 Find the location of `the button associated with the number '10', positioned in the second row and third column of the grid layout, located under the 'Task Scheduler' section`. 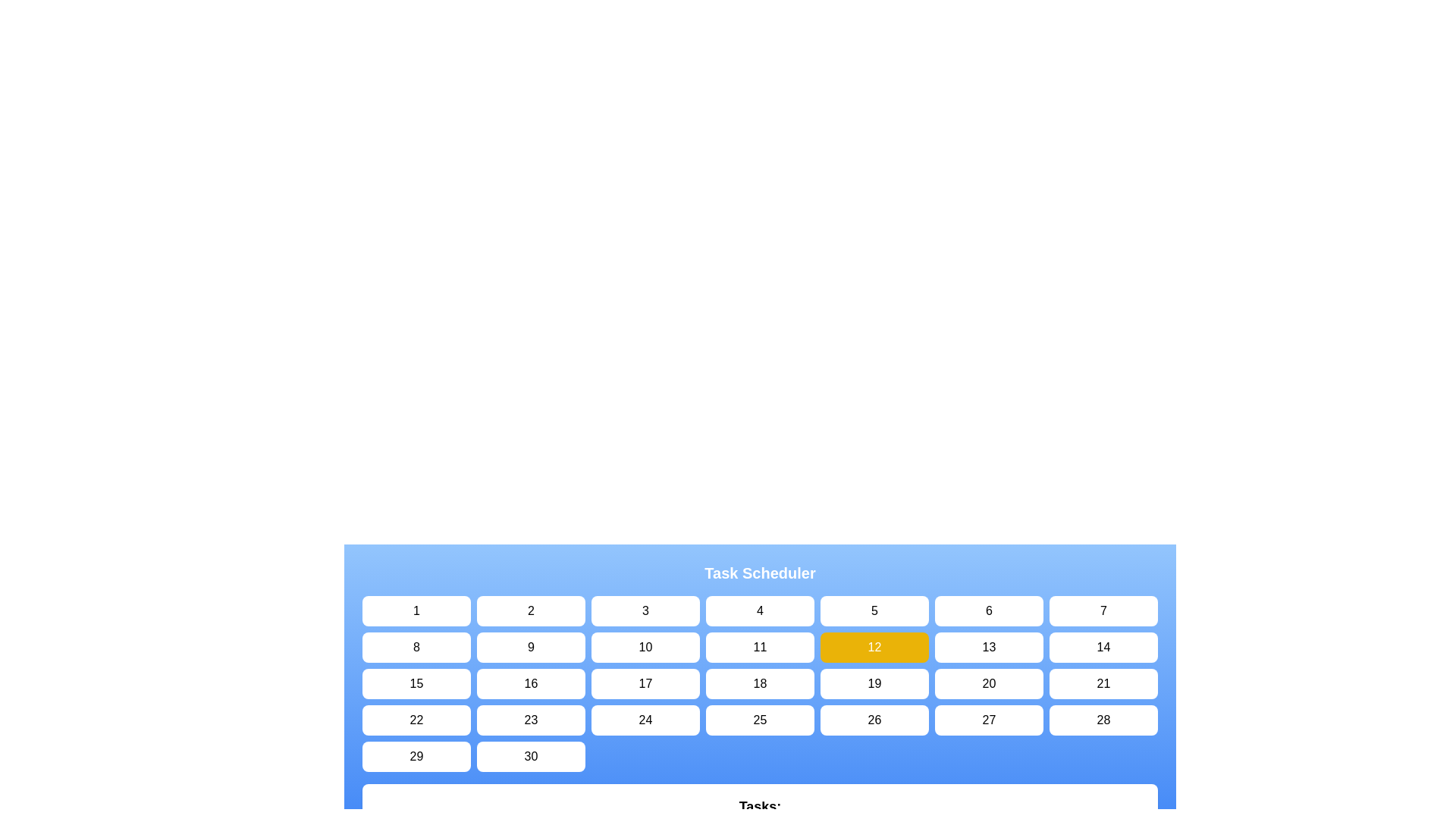

the button associated with the number '10', positioned in the second row and third column of the grid layout, located under the 'Task Scheduler' section is located at coordinates (645, 647).